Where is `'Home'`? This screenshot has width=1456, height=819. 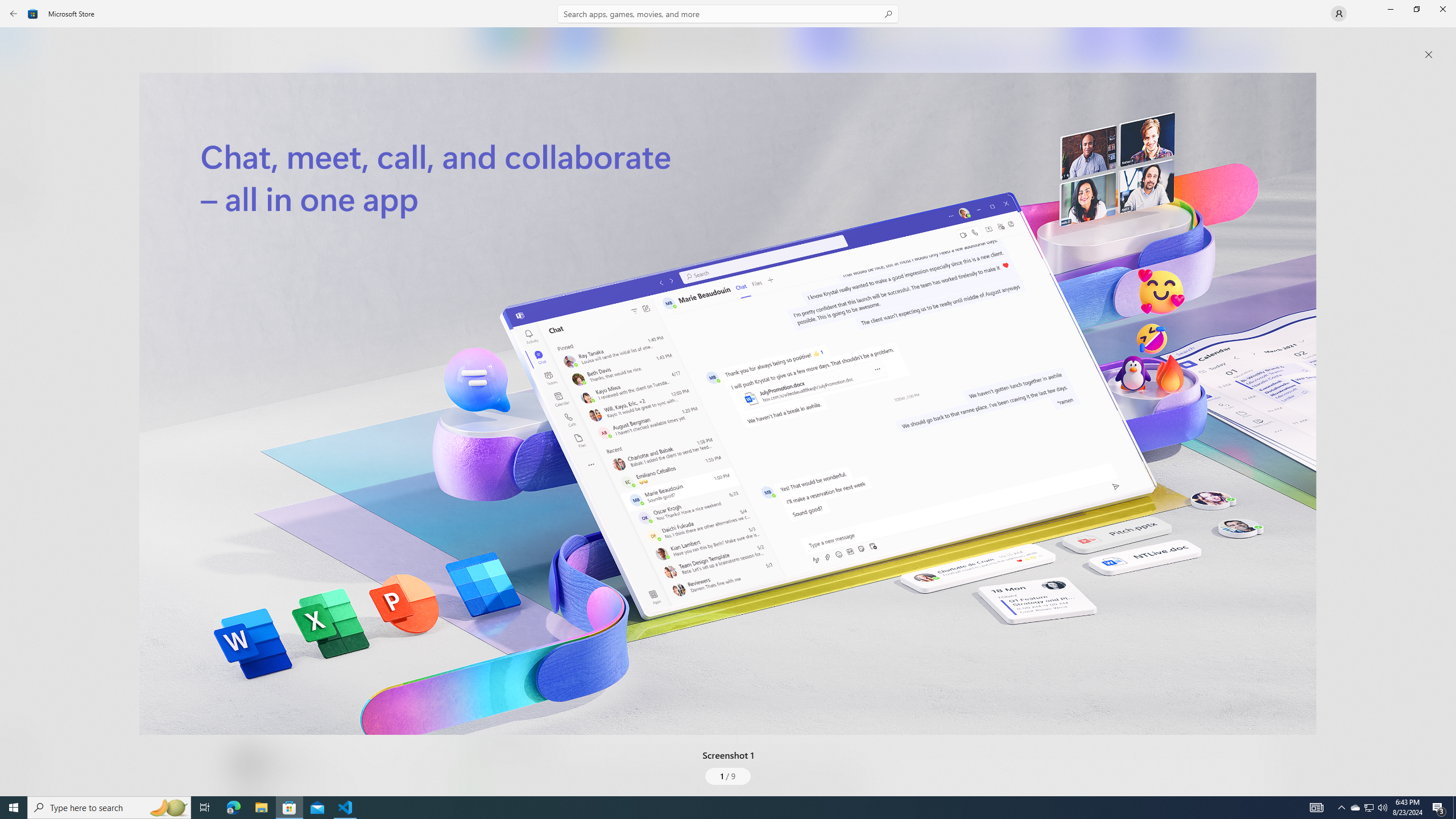
'Home' is located at coordinates (19, 44).